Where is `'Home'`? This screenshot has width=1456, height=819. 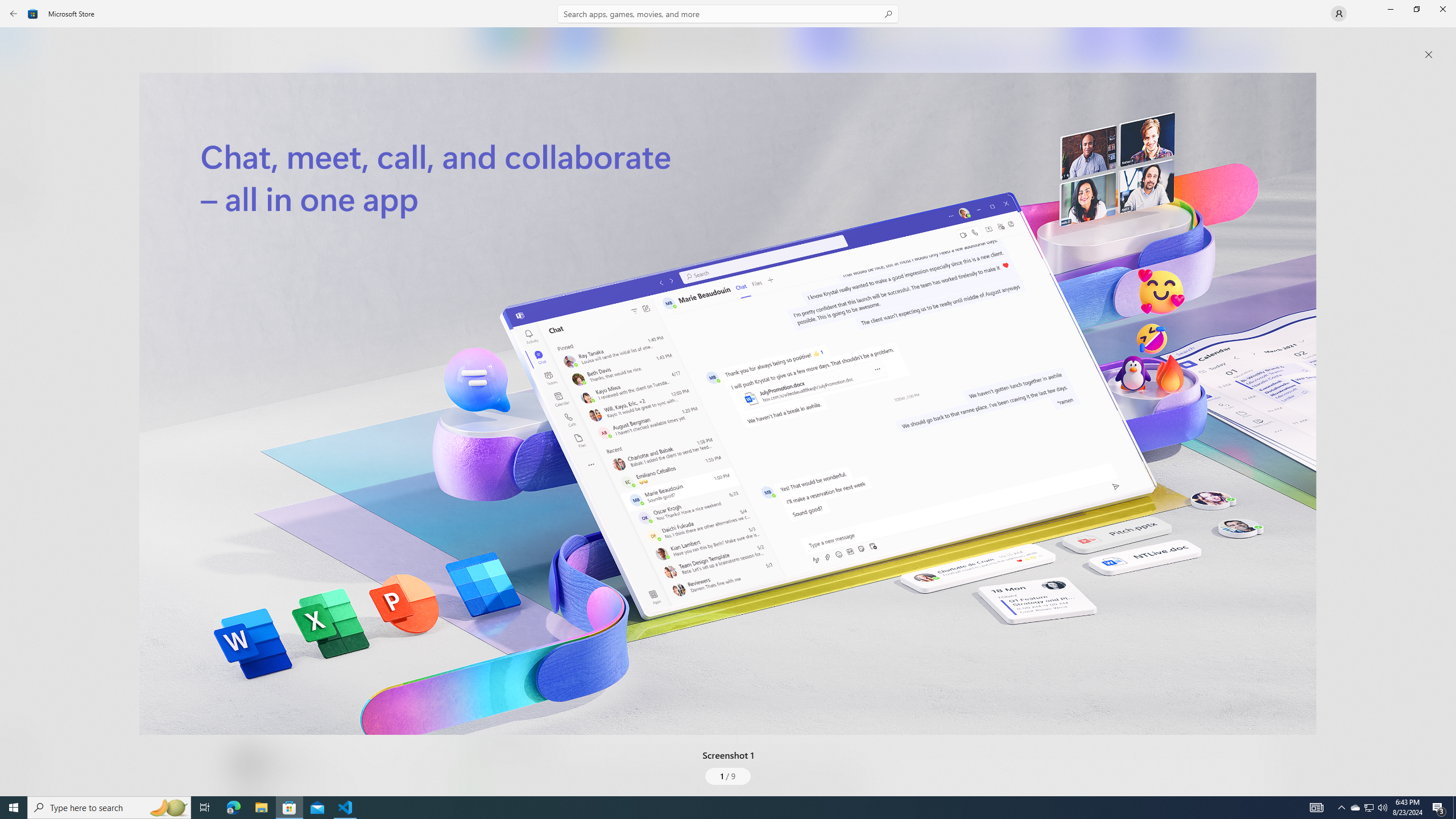
'Home' is located at coordinates (19, 44).